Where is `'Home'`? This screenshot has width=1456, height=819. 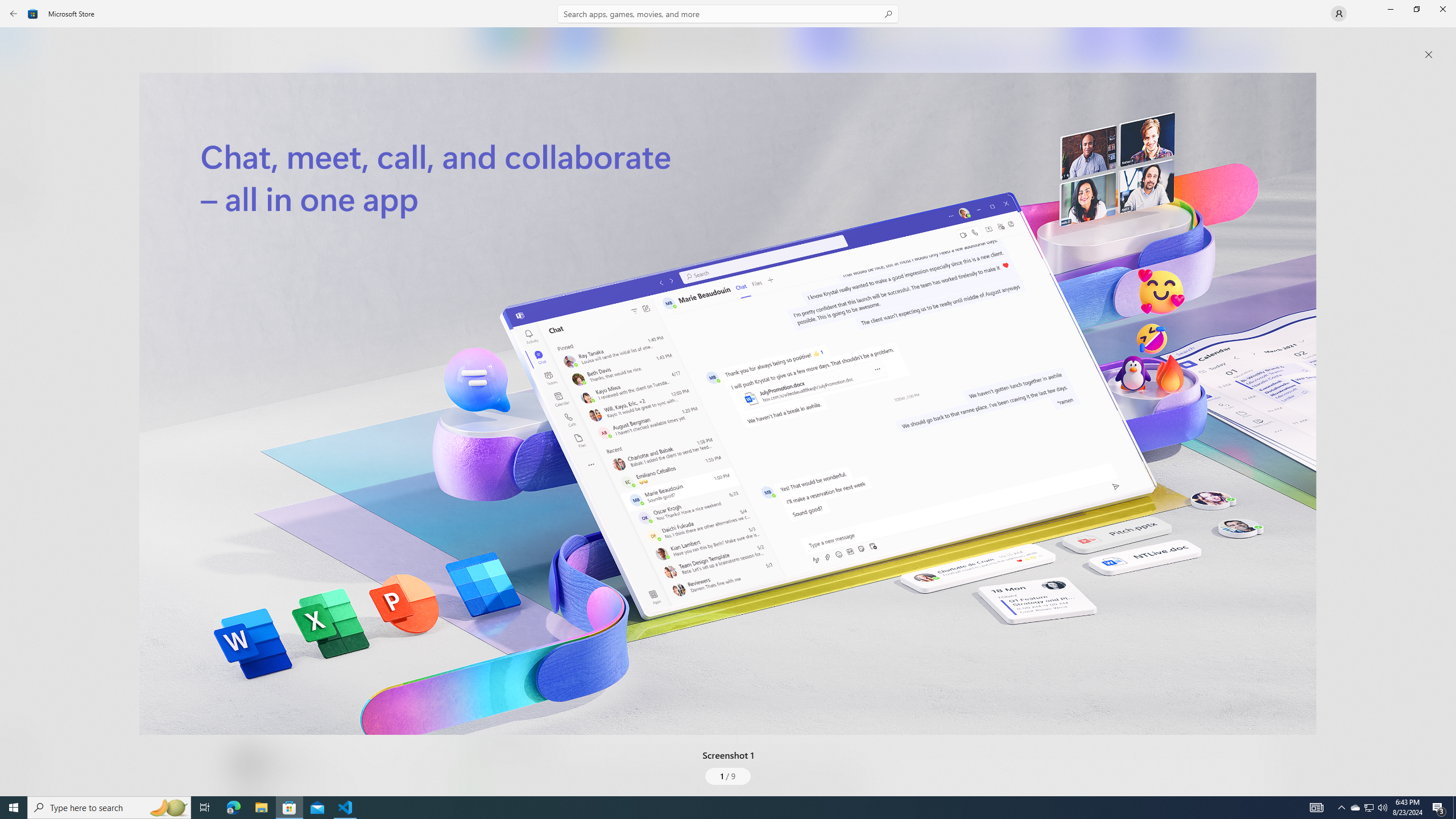
'Home' is located at coordinates (19, 44).